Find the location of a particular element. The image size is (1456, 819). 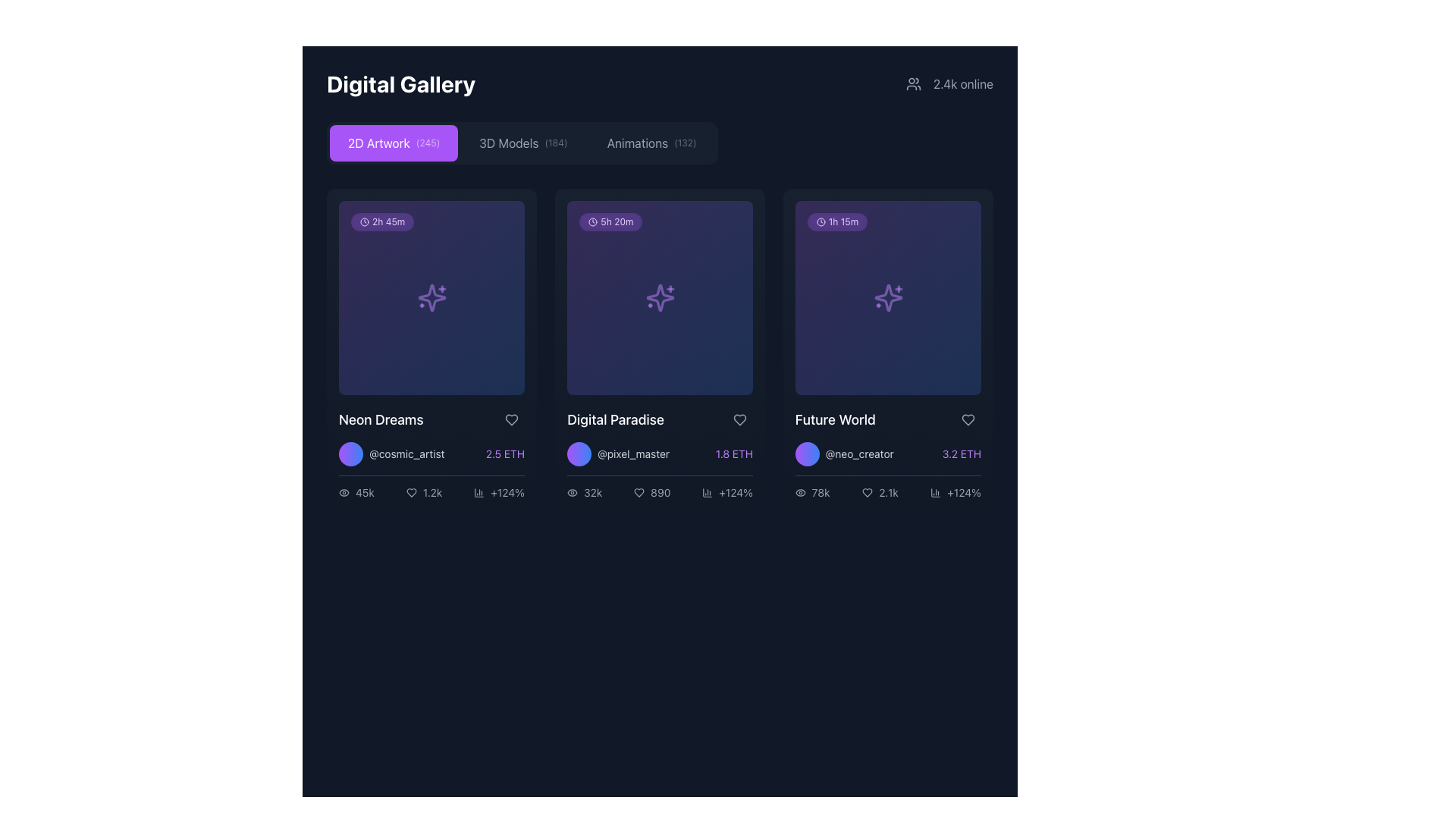

the Text and Icon Data Row displaying '45k', '1.2k', and '+124%' statistics, which is located in the bottom section of the component for the artwork 'Neon Dreams' is located at coordinates (431, 488).